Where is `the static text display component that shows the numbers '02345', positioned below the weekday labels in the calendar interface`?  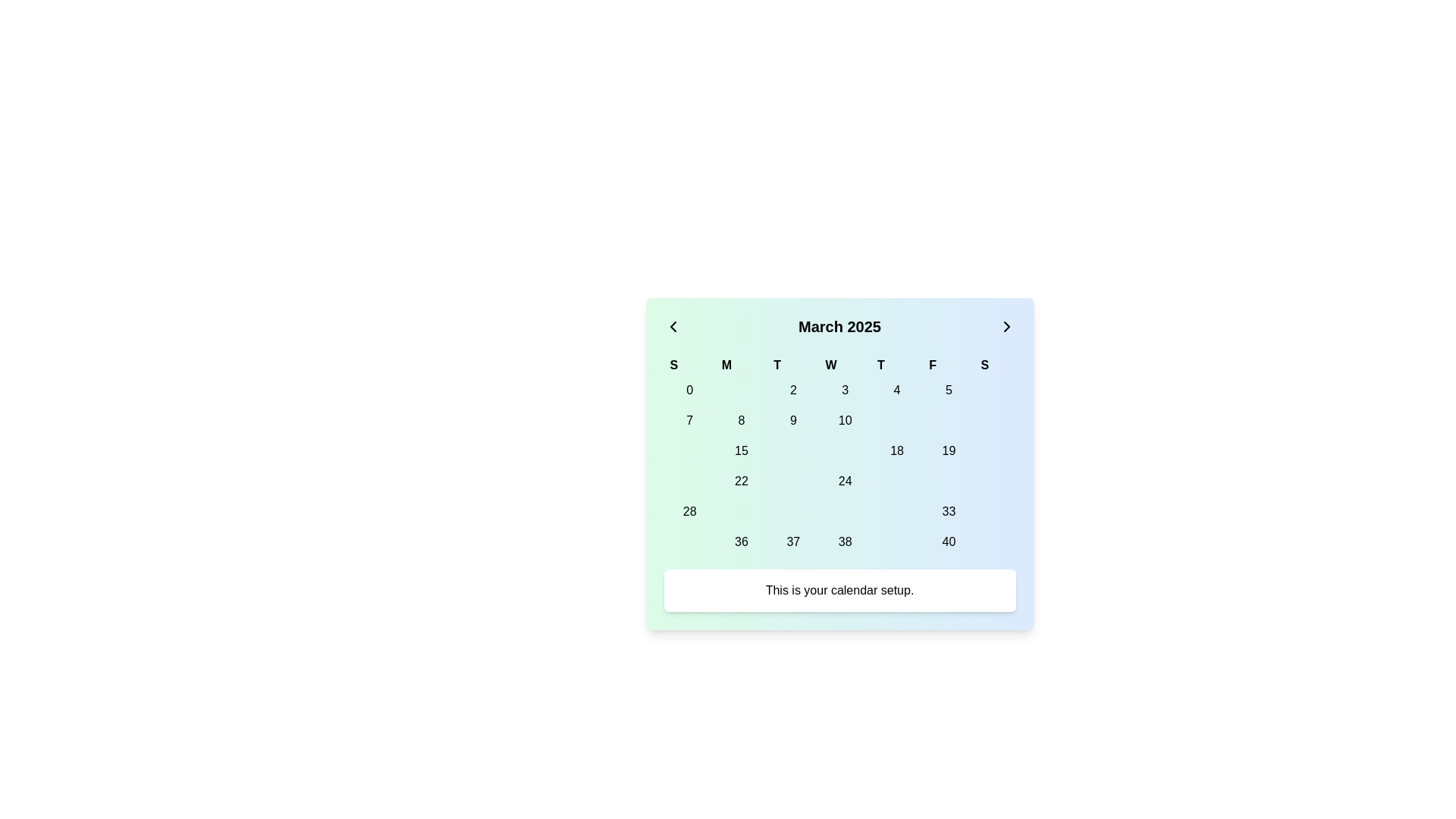 the static text display component that shows the numbers '02345', positioned below the weekday labels in the calendar interface is located at coordinates (839, 390).